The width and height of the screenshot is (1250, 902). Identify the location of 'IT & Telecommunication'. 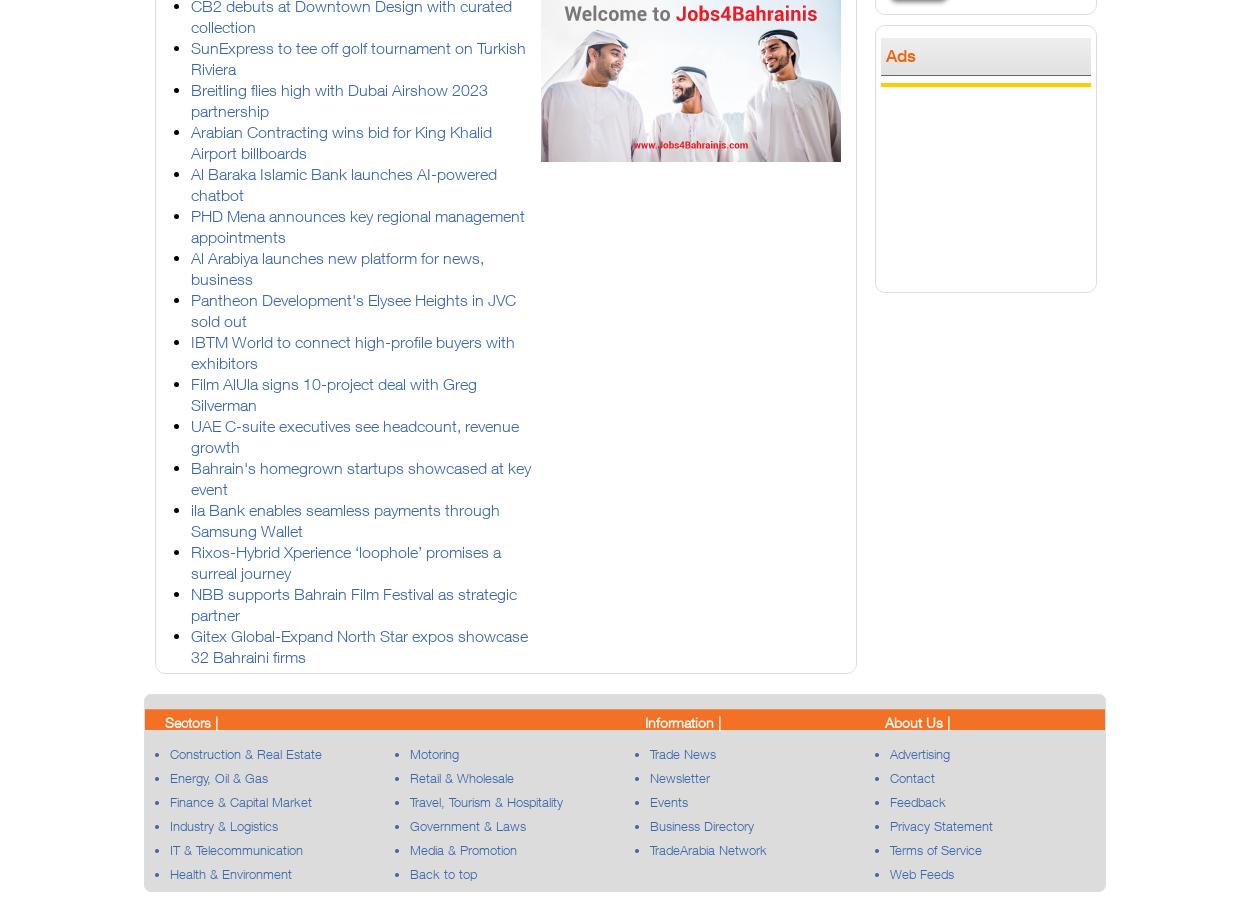
(235, 850).